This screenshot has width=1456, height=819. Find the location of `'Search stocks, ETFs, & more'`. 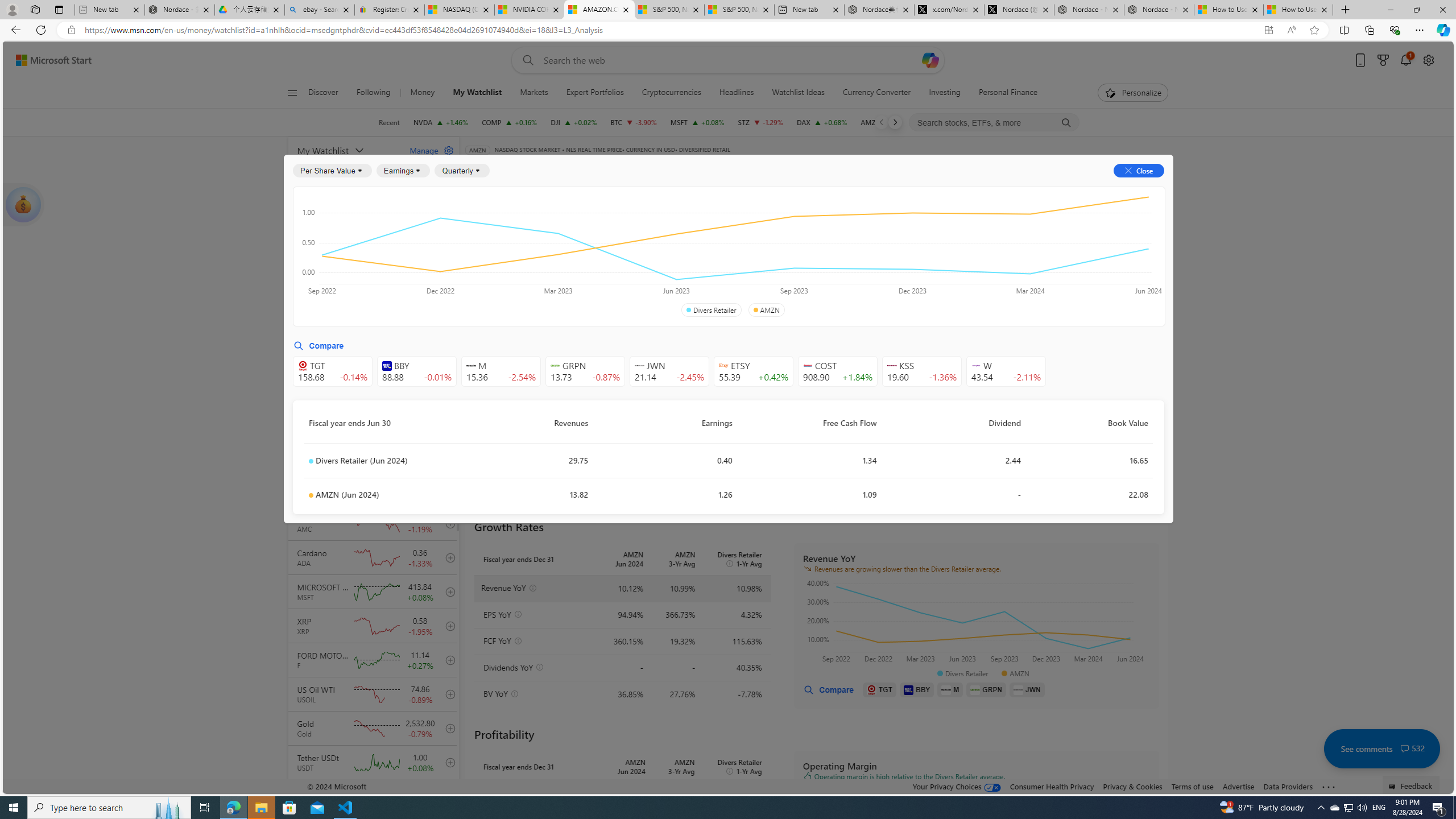

'Search stocks, ETFs, & more' is located at coordinates (994, 122).